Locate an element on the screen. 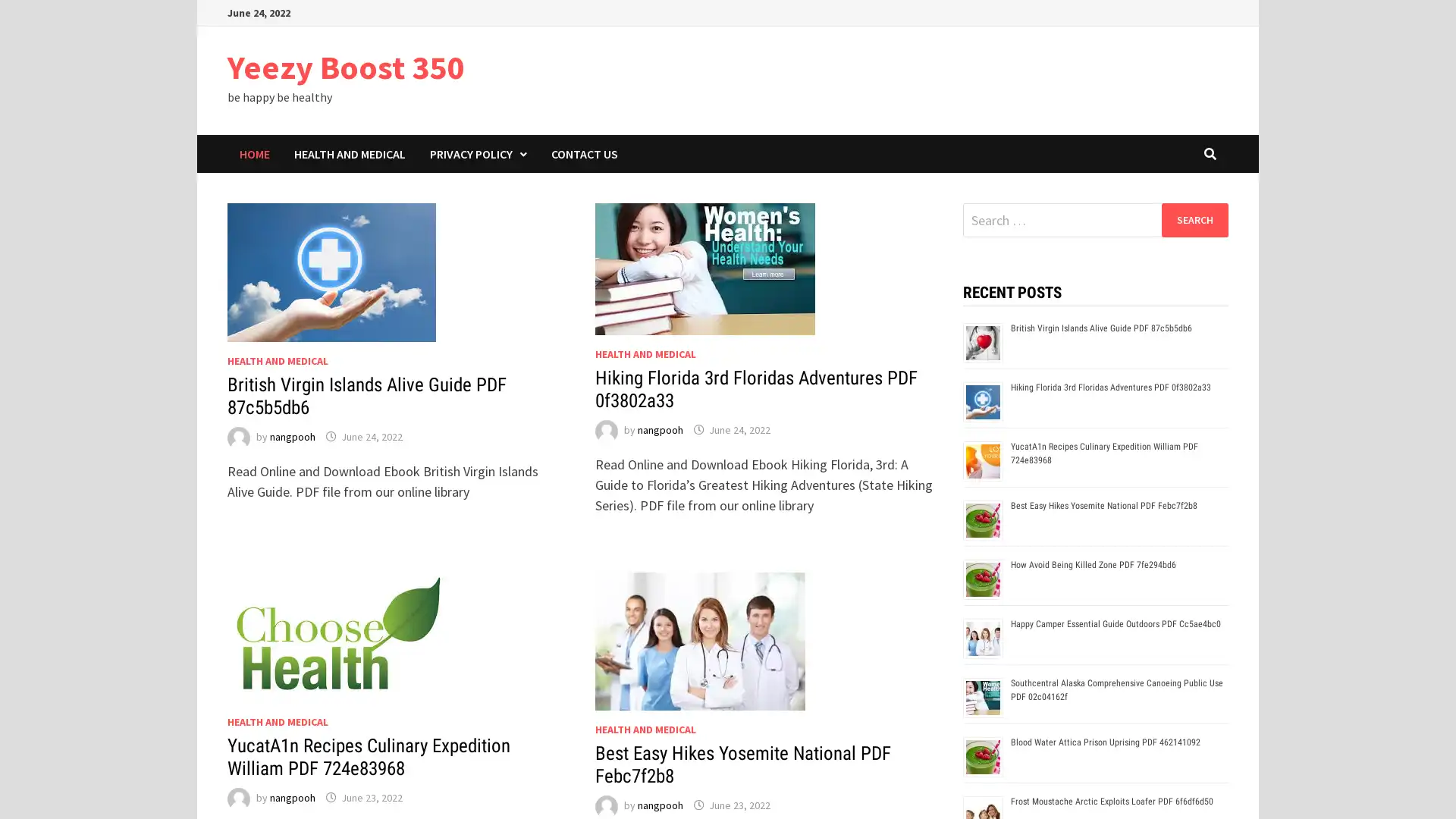 The height and width of the screenshot is (819, 1456). Search is located at coordinates (1194, 219).